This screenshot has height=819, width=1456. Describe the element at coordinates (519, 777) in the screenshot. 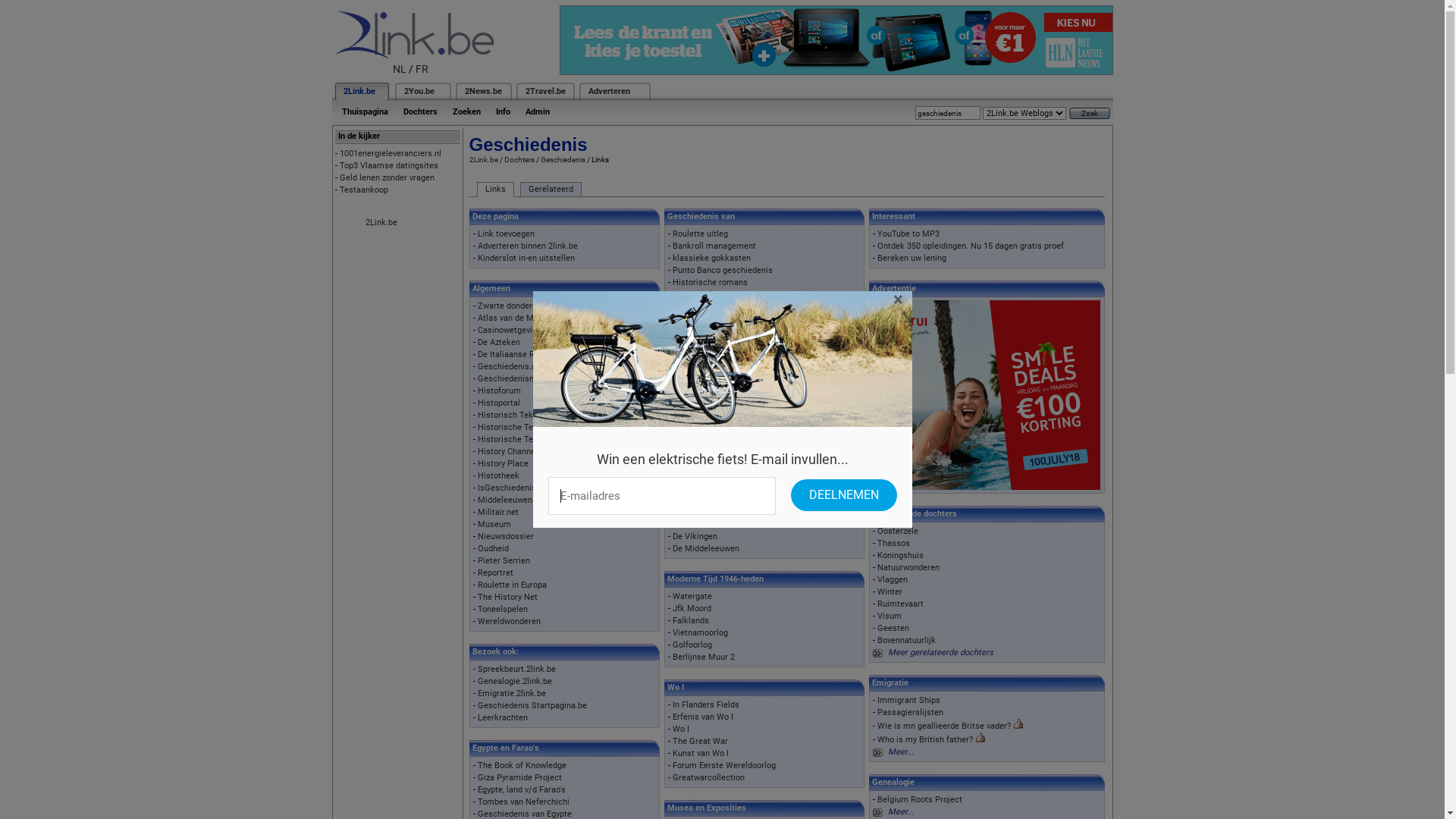

I see `'Giza Pyramide Project'` at that location.